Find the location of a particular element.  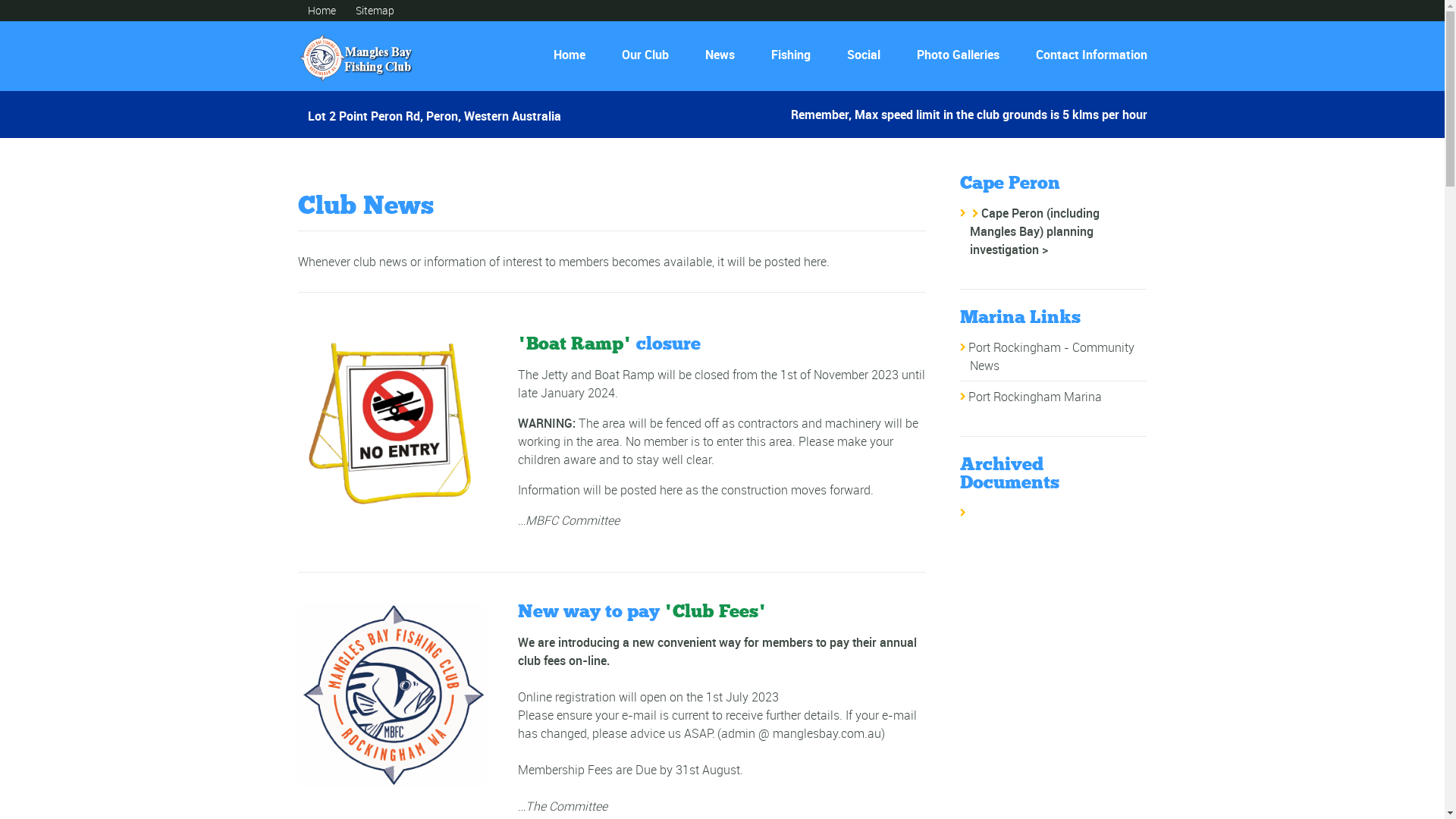

'Photo Galleries' is located at coordinates (956, 54).